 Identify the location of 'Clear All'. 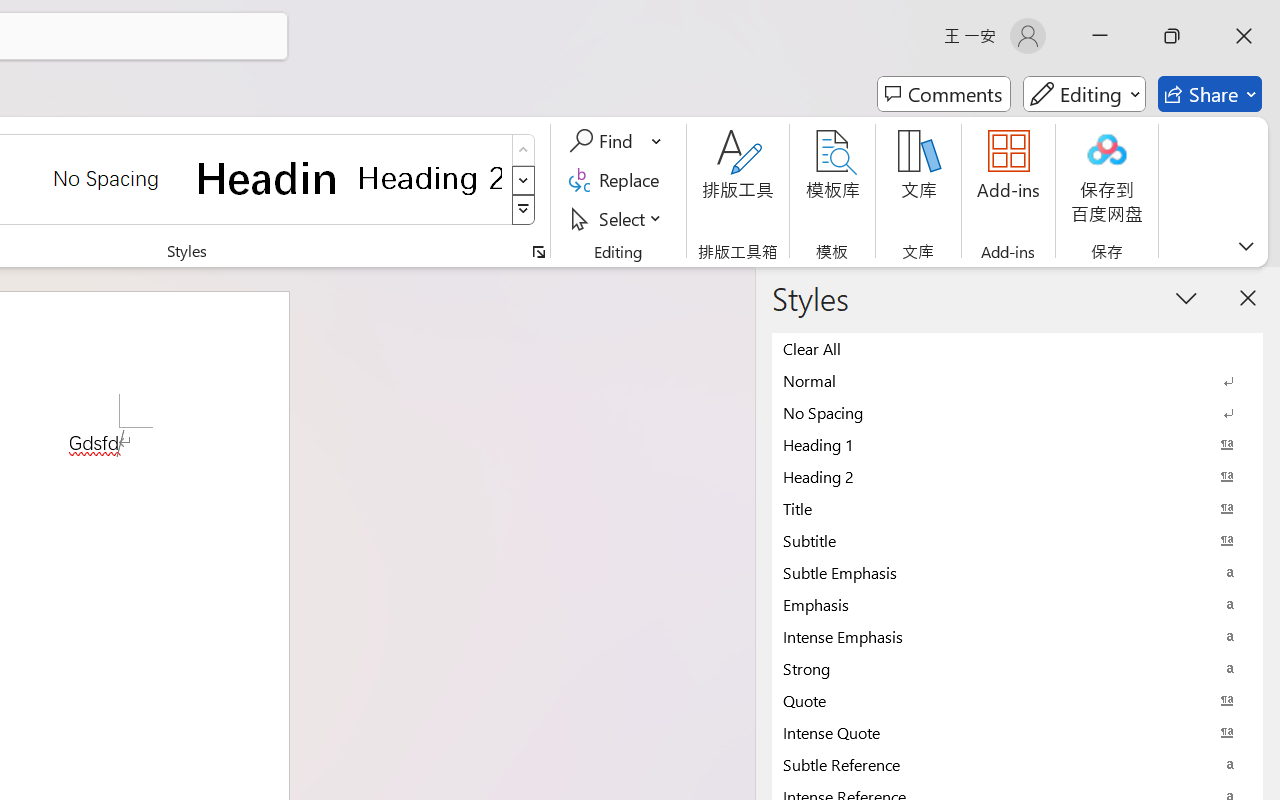
(1017, 348).